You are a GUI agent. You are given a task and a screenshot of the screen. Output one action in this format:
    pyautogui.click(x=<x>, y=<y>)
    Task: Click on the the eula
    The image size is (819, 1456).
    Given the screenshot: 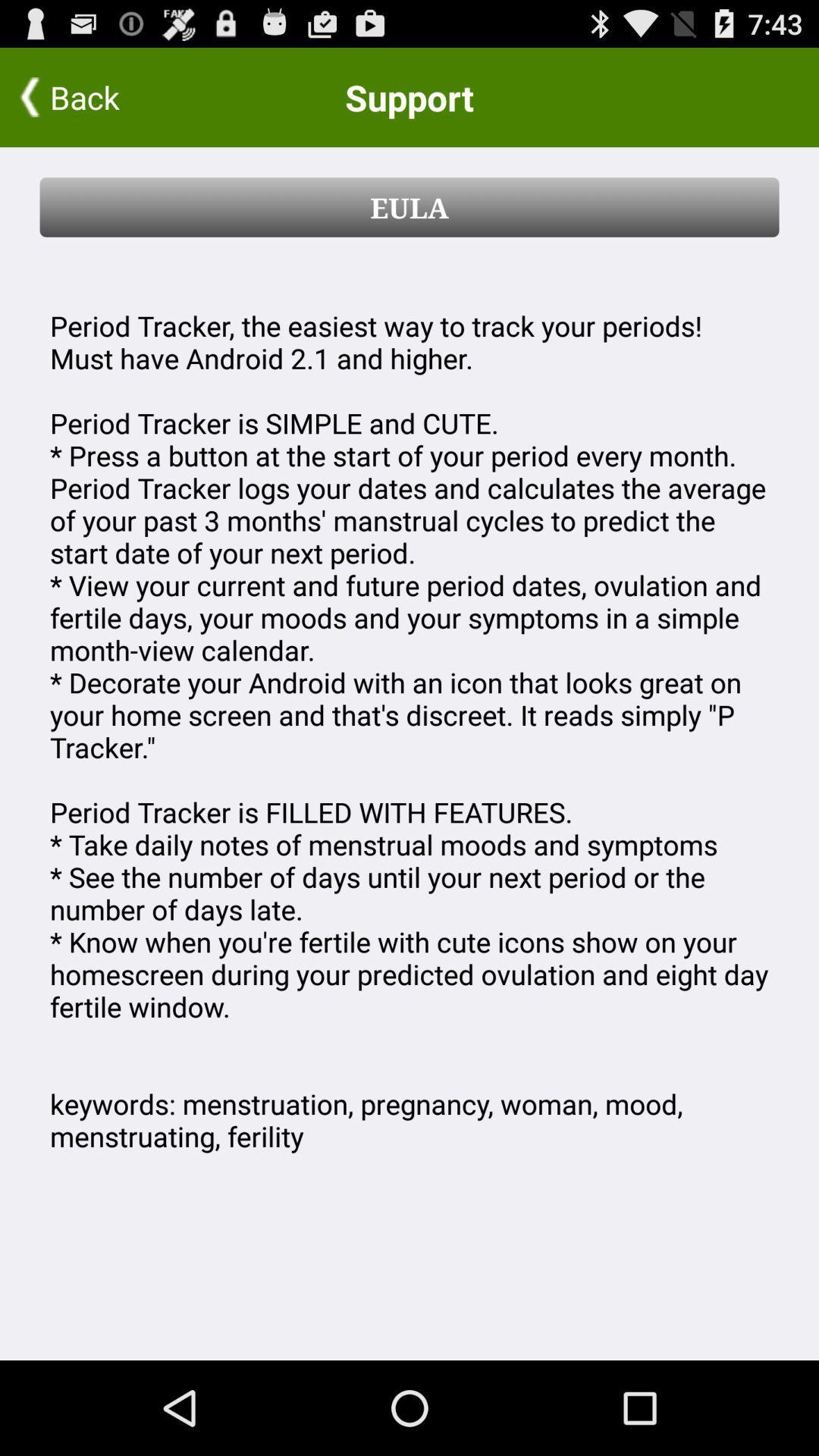 What is the action you would take?
    pyautogui.click(x=409, y=206)
    